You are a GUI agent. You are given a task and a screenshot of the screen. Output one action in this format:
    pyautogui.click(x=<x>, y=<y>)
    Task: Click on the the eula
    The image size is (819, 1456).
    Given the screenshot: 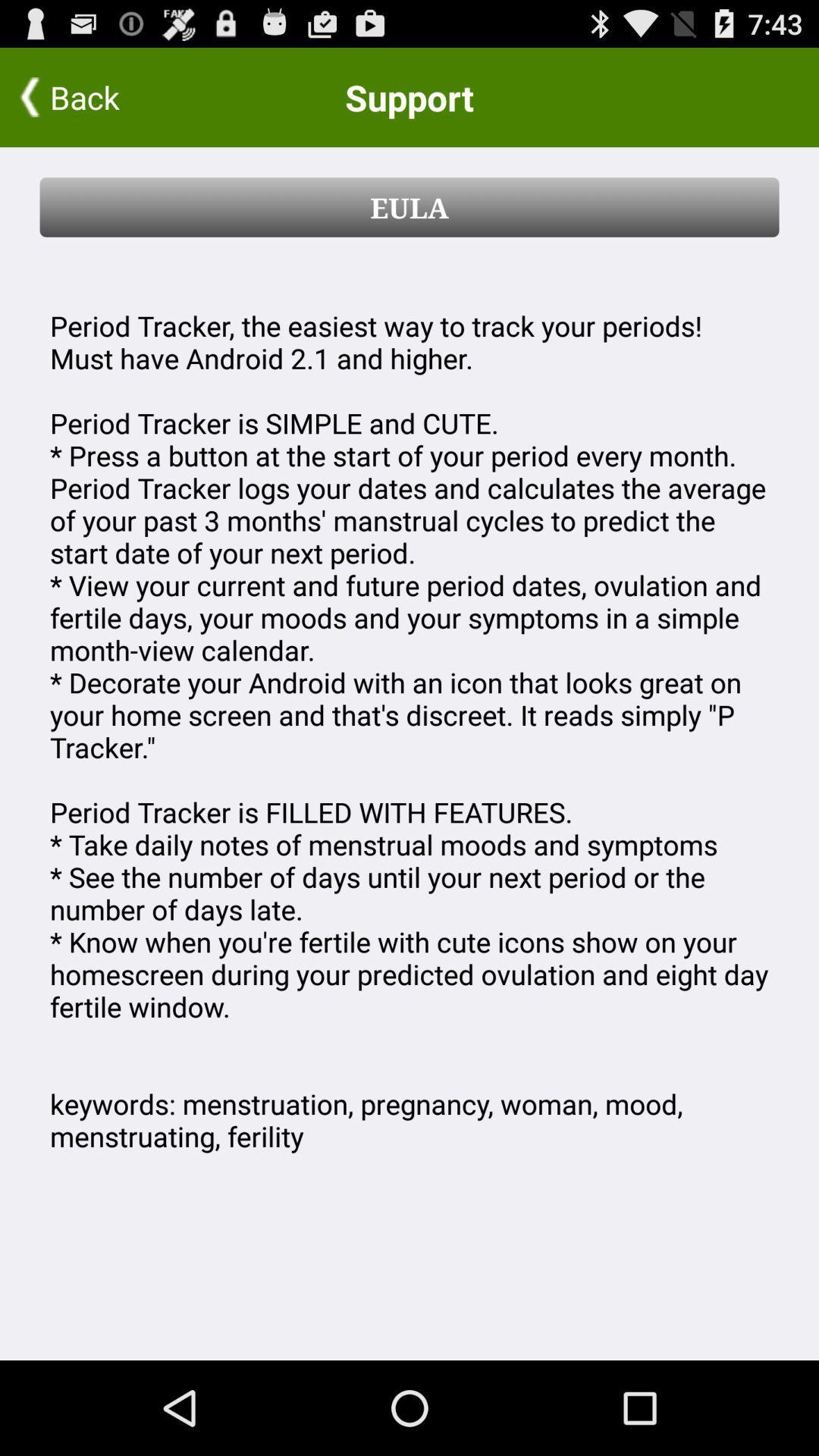 What is the action you would take?
    pyautogui.click(x=409, y=206)
    